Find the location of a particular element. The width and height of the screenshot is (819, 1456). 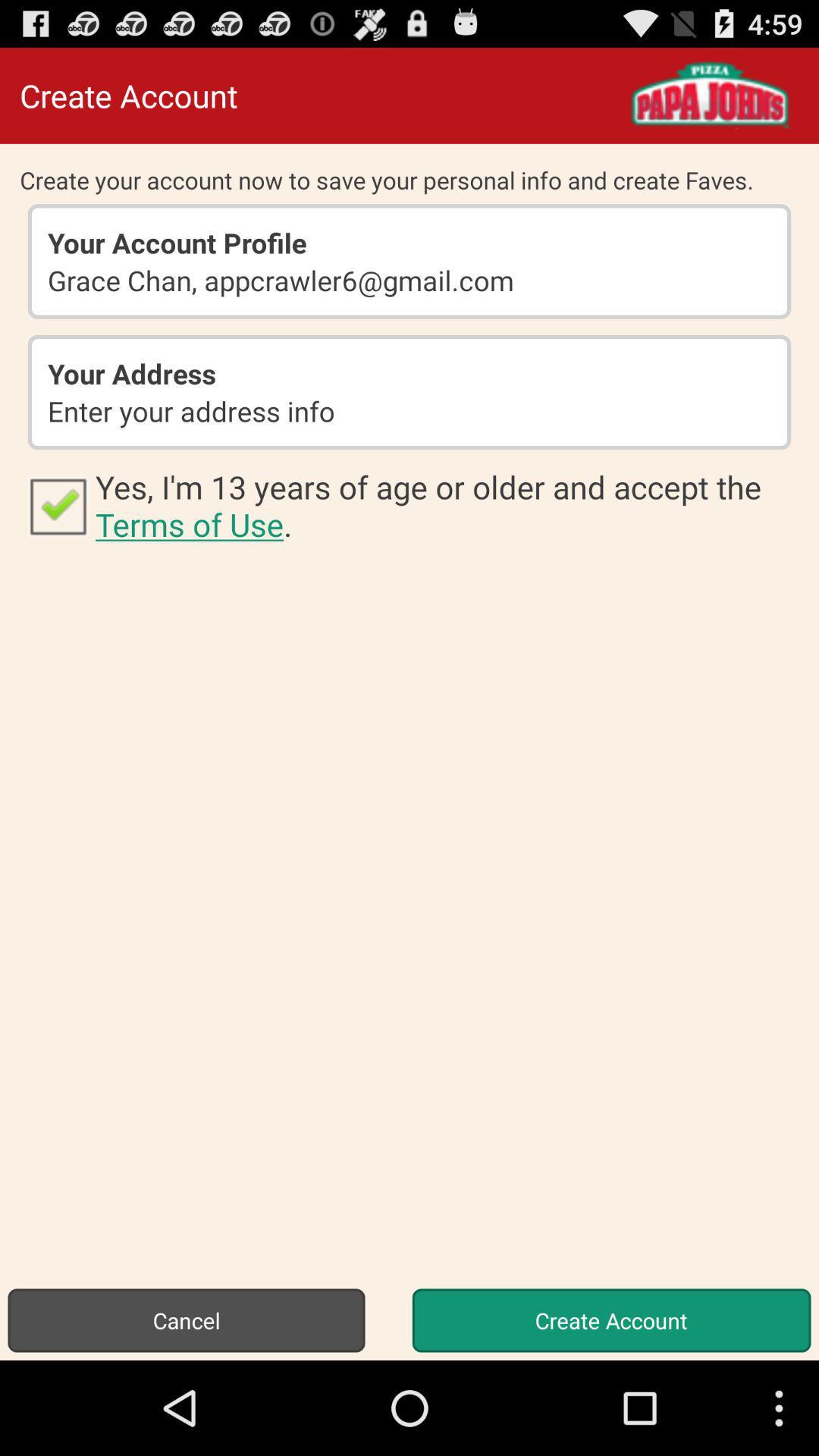

app next to yes i m app is located at coordinates (57, 505).